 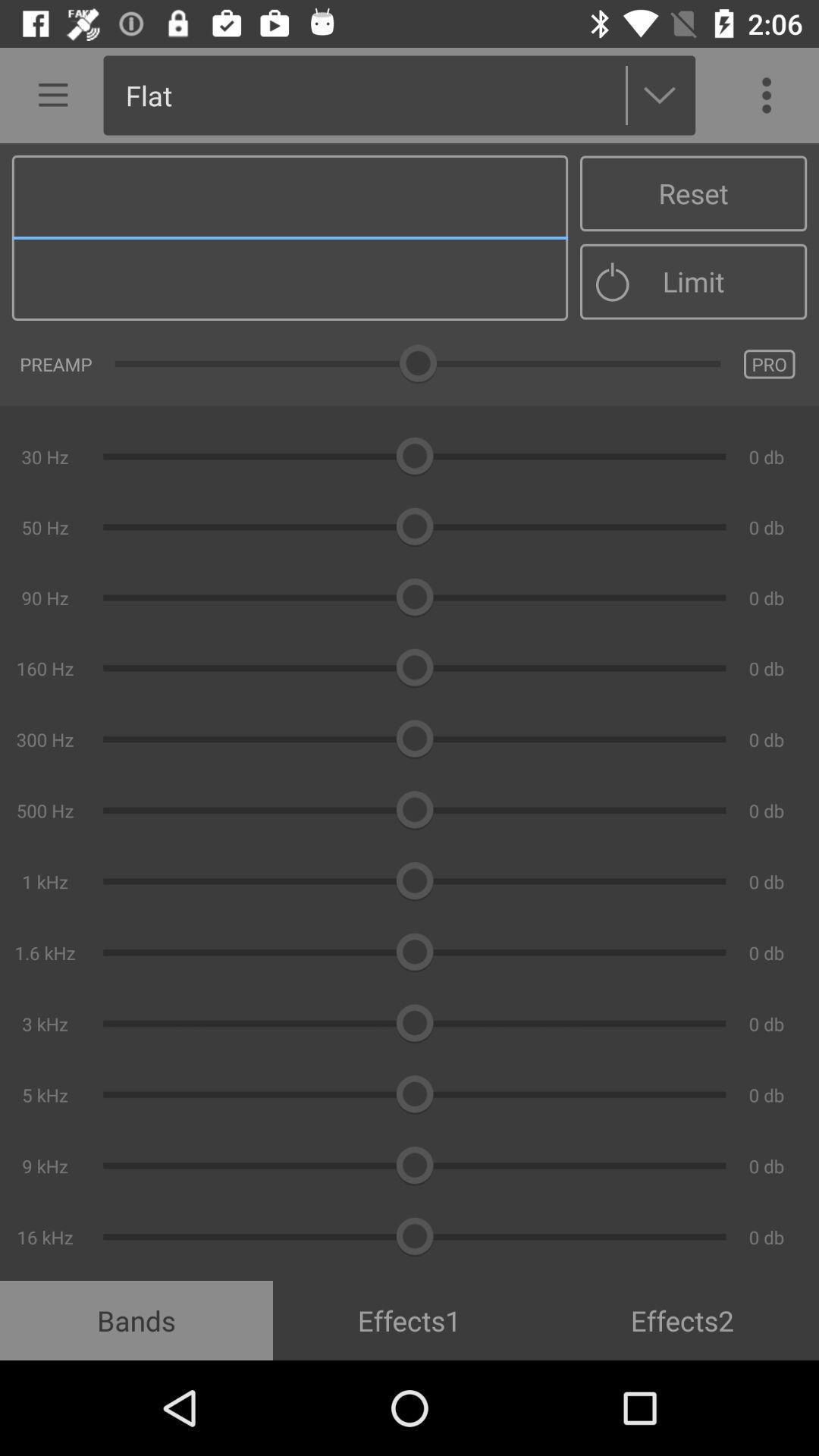 What do you see at coordinates (693, 193) in the screenshot?
I see `the reset item` at bounding box center [693, 193].